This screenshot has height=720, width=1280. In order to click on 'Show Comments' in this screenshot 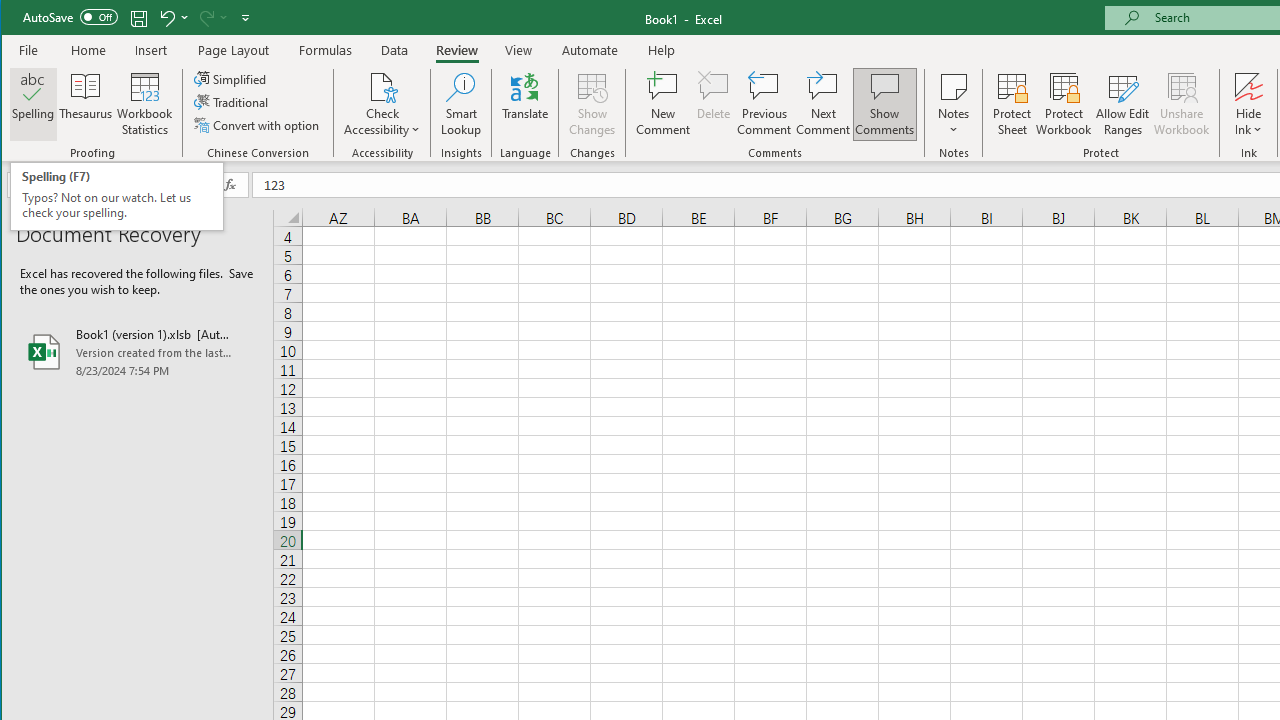, I will do `click(883, 104)`.